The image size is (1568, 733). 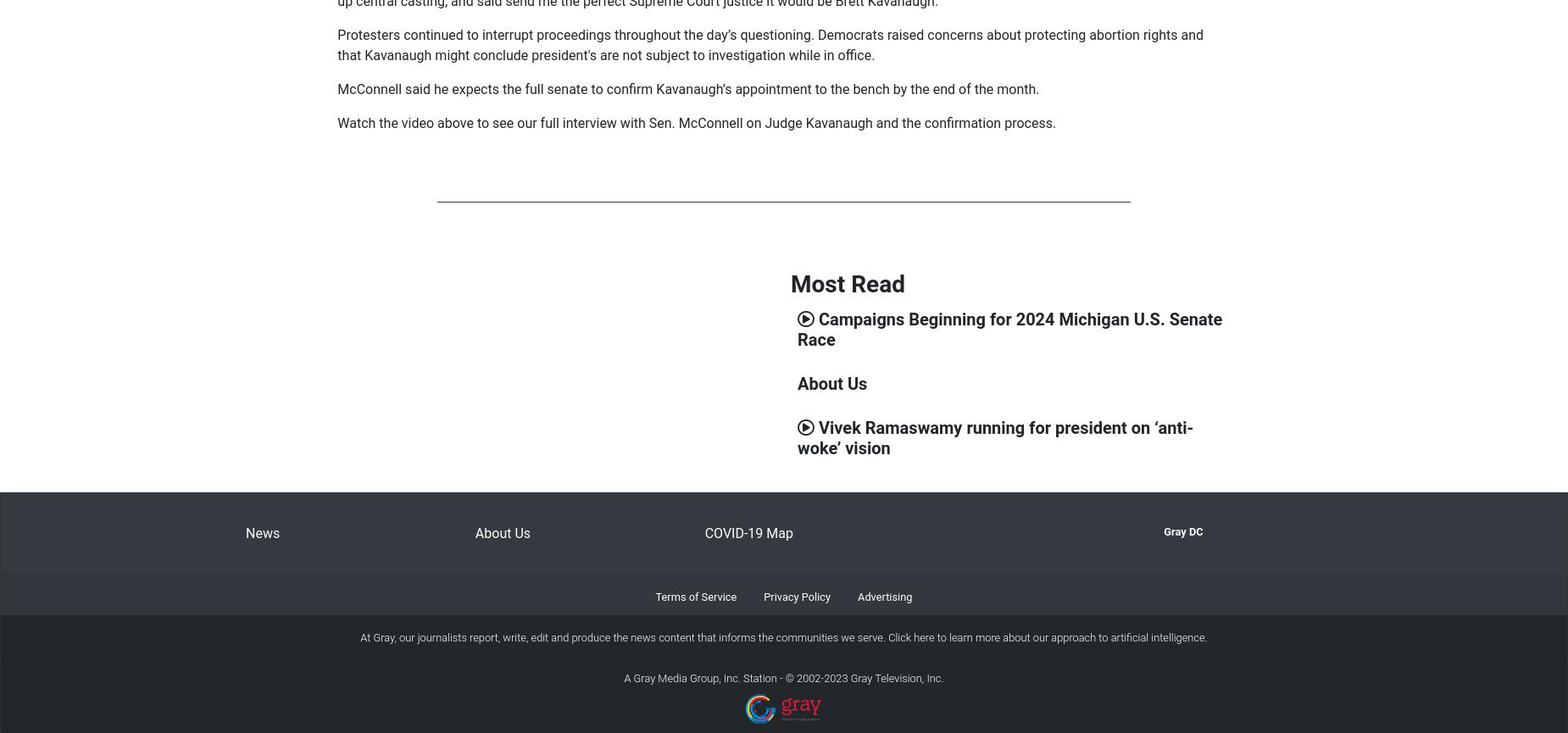 I want to click on 'Vivek Ramaswamy running for president on ‘anti-woke’ vision', so click(x=795, y=437).